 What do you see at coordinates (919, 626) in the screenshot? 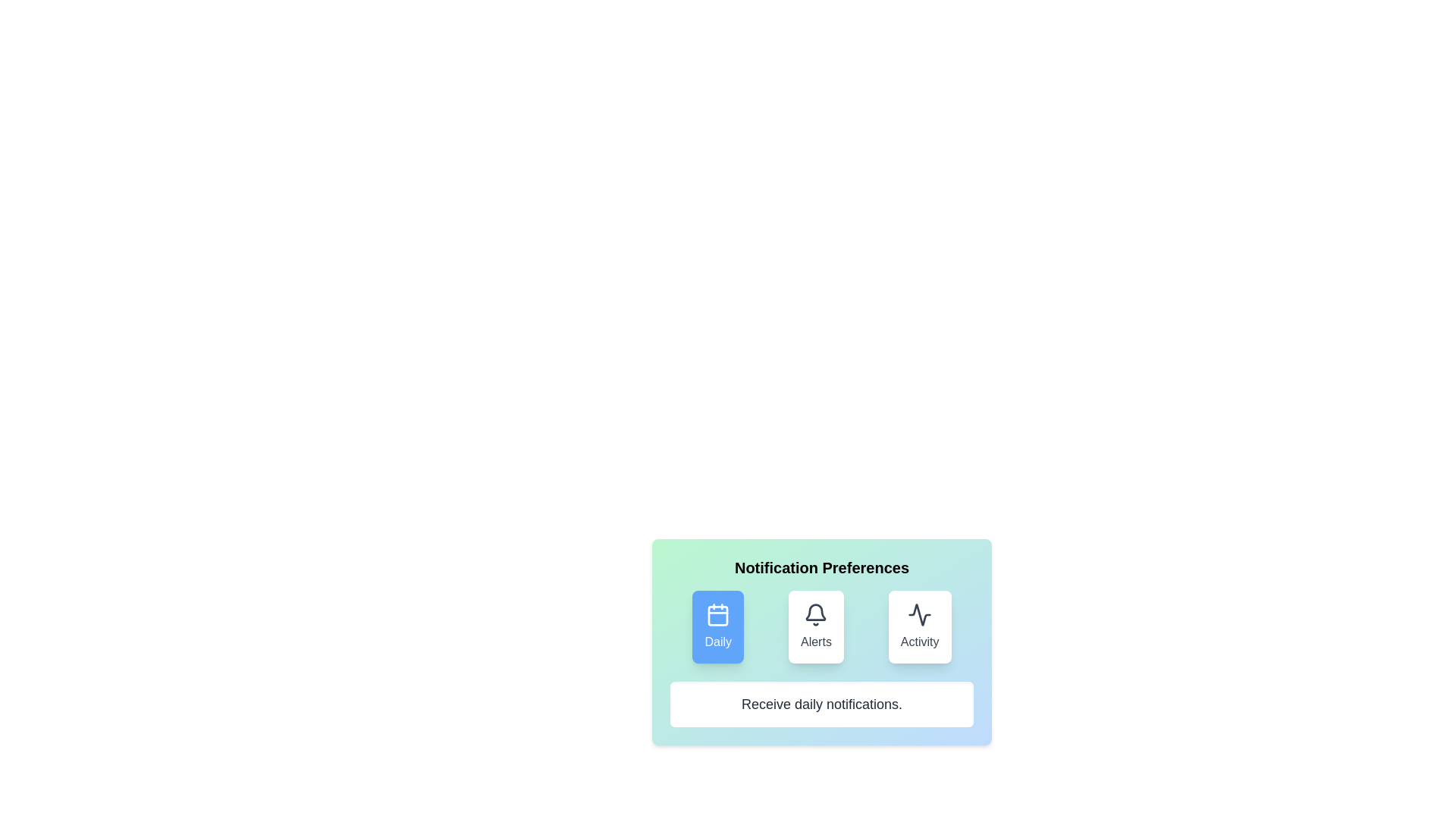
I see `the Activity button to change the notification type` at bounding box center [919, 626].